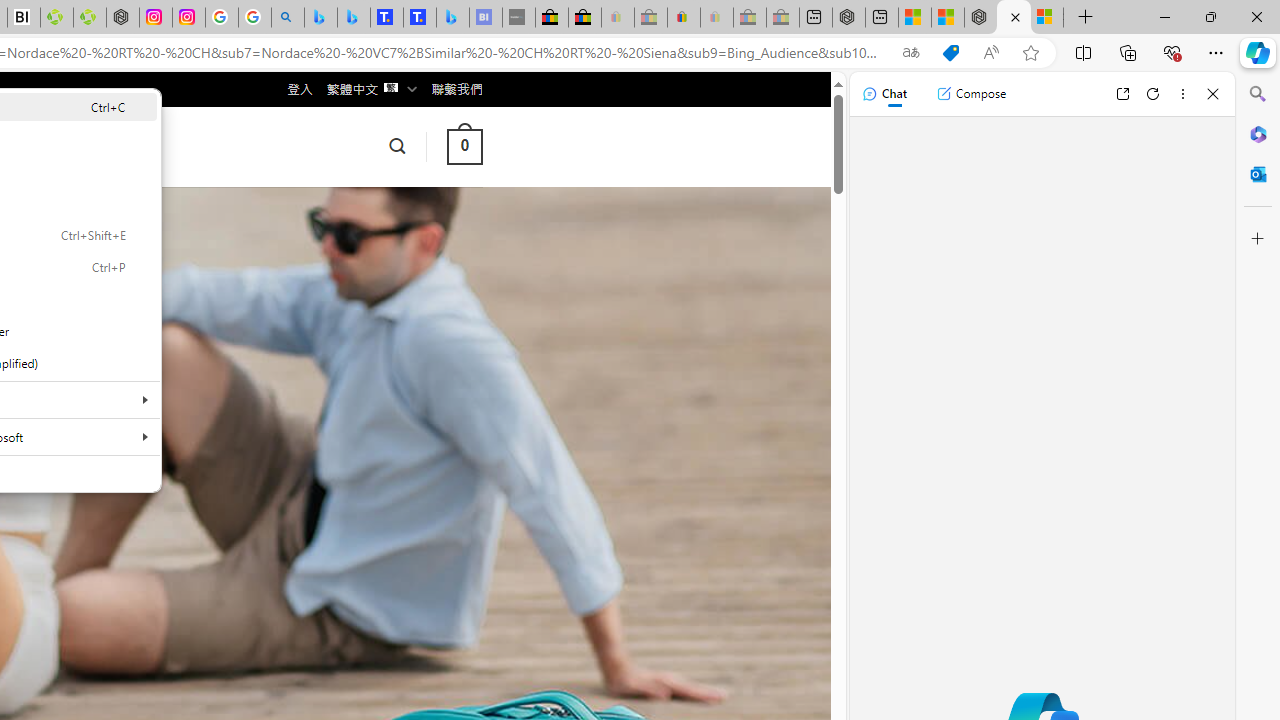  What do you see at coordinates (717, 17) in the screenshot?
I see `'Payments Terms of Use | eBay.com - Sleeping'` at bounding box center [717, 17].